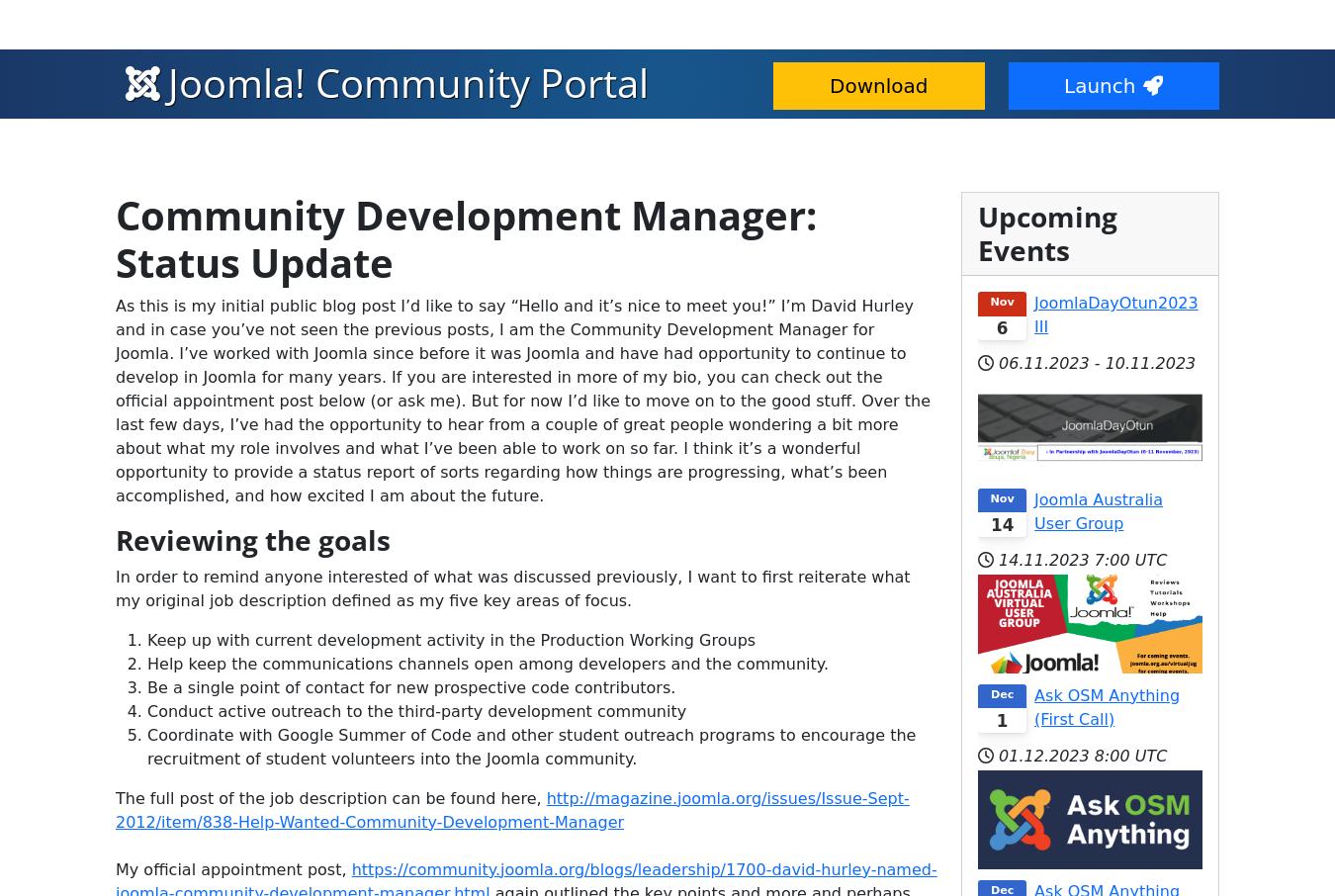 The height and width of the screenshot is (896, 1335). What do you see at coordinates (629, 23) in the screenshot?
I see `'Community & Support'` at bounding box center [629, 23].